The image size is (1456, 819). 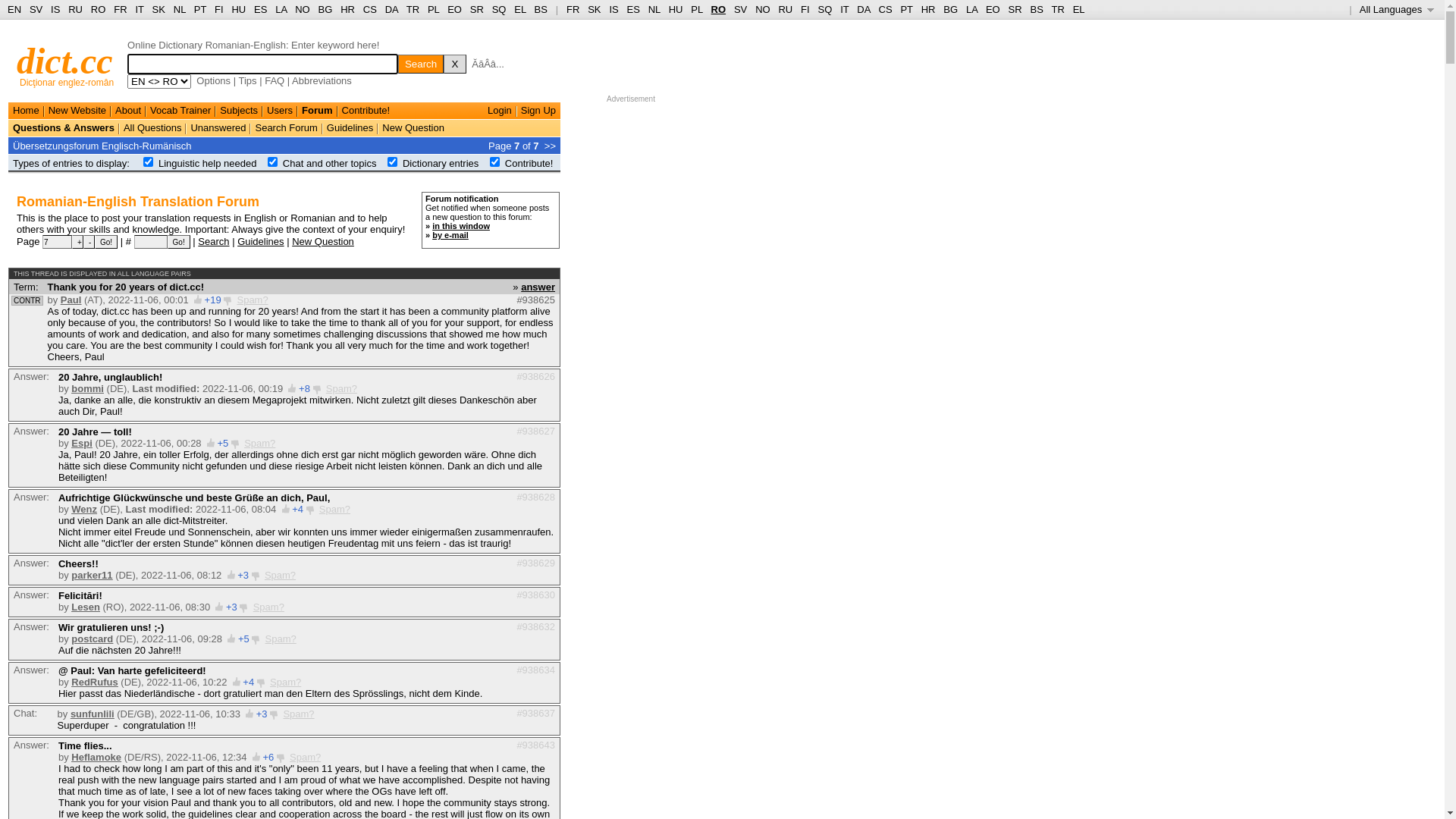 What do you see at coordinates (274, 80) in the screenshot?
I see `'FAQ'` at bounding box center [274, 80].